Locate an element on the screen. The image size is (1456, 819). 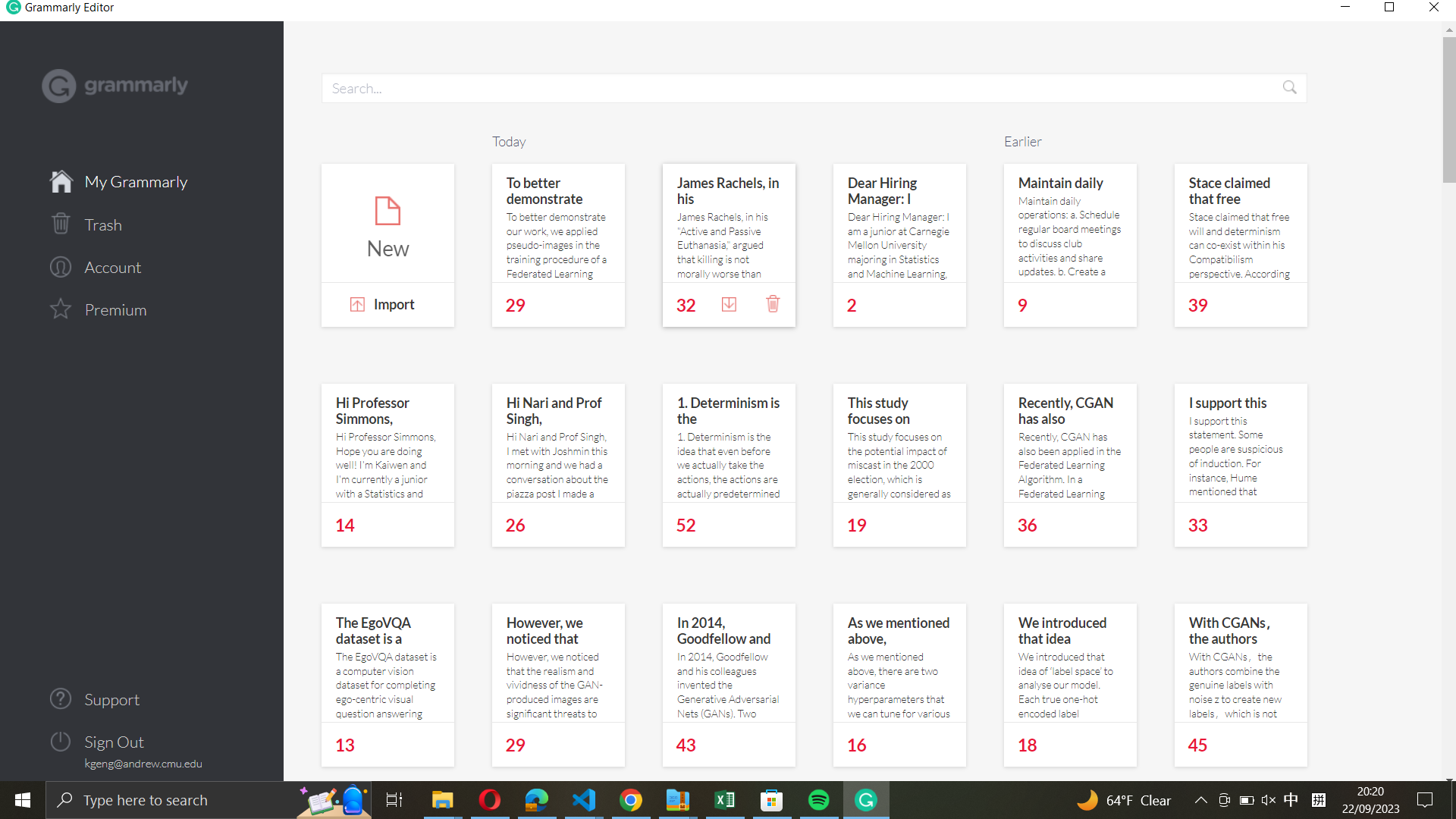
Start a note to daily track of first note earlier is located at coordinates (1070, 222).